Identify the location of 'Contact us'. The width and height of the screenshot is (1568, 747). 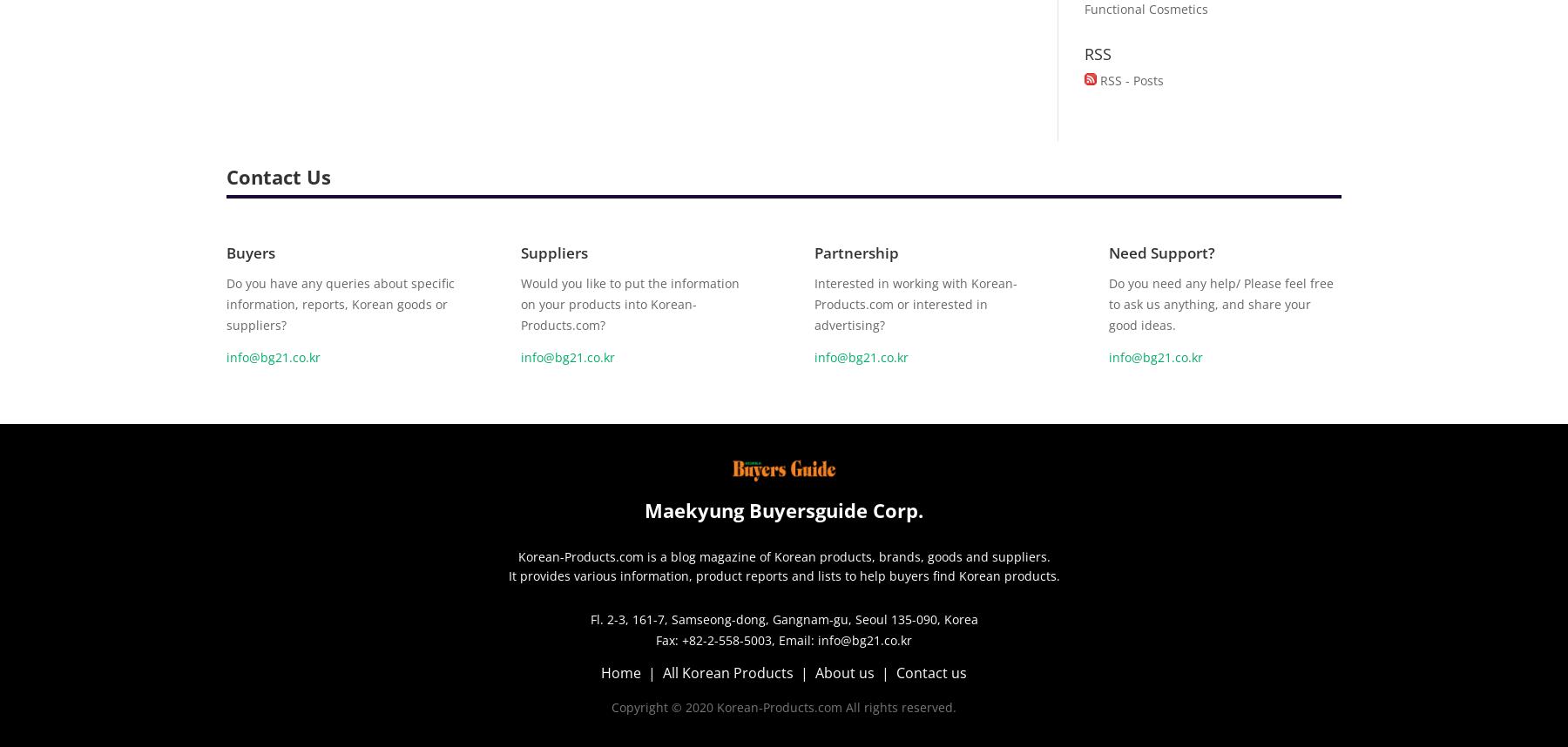
(931, 671).